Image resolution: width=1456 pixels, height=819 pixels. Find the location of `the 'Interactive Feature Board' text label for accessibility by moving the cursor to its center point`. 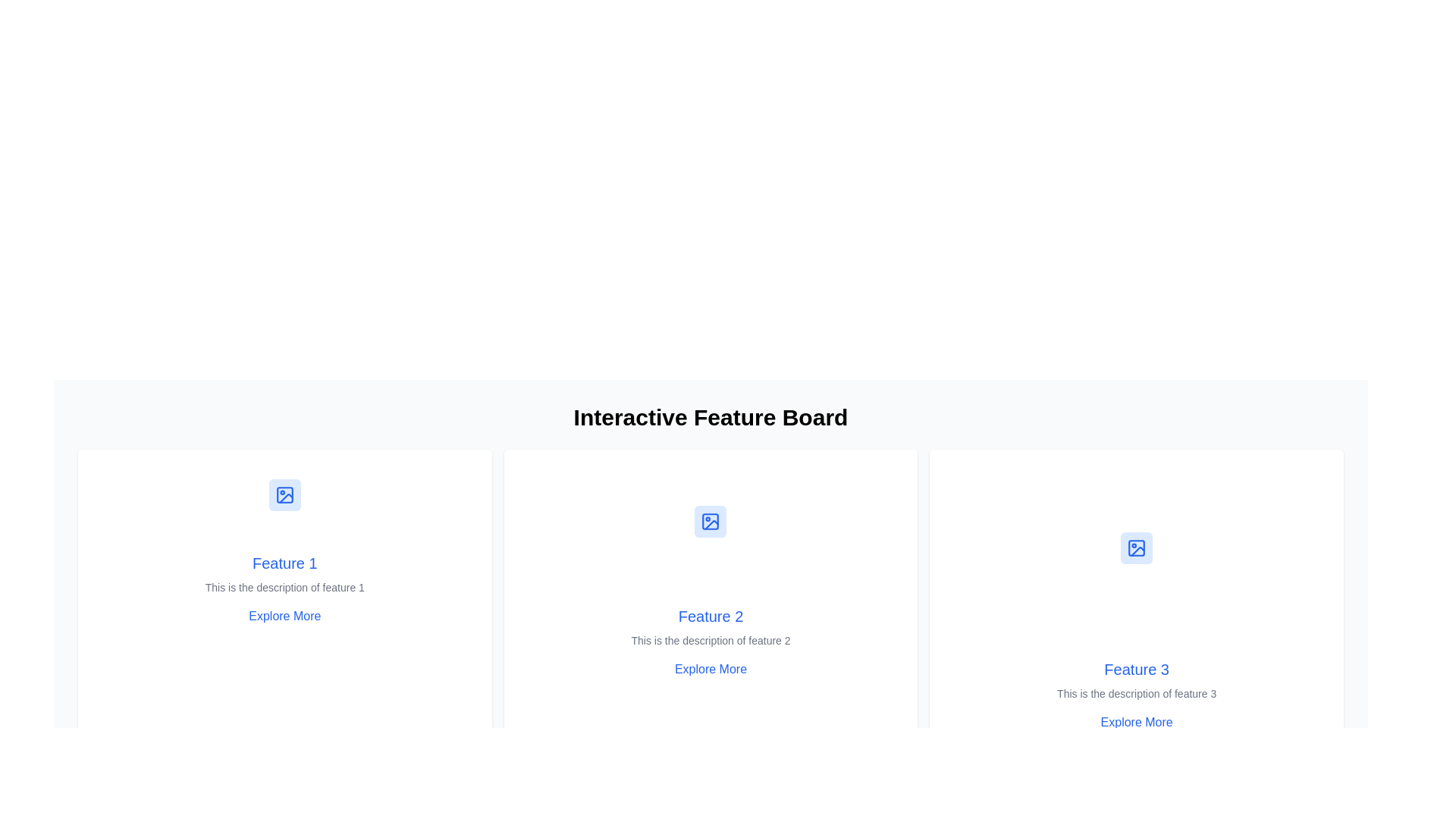

the 'Interactive Feature Board' text label for accessibility by moving the cursor to its center point is located at coordinates (710, 418).